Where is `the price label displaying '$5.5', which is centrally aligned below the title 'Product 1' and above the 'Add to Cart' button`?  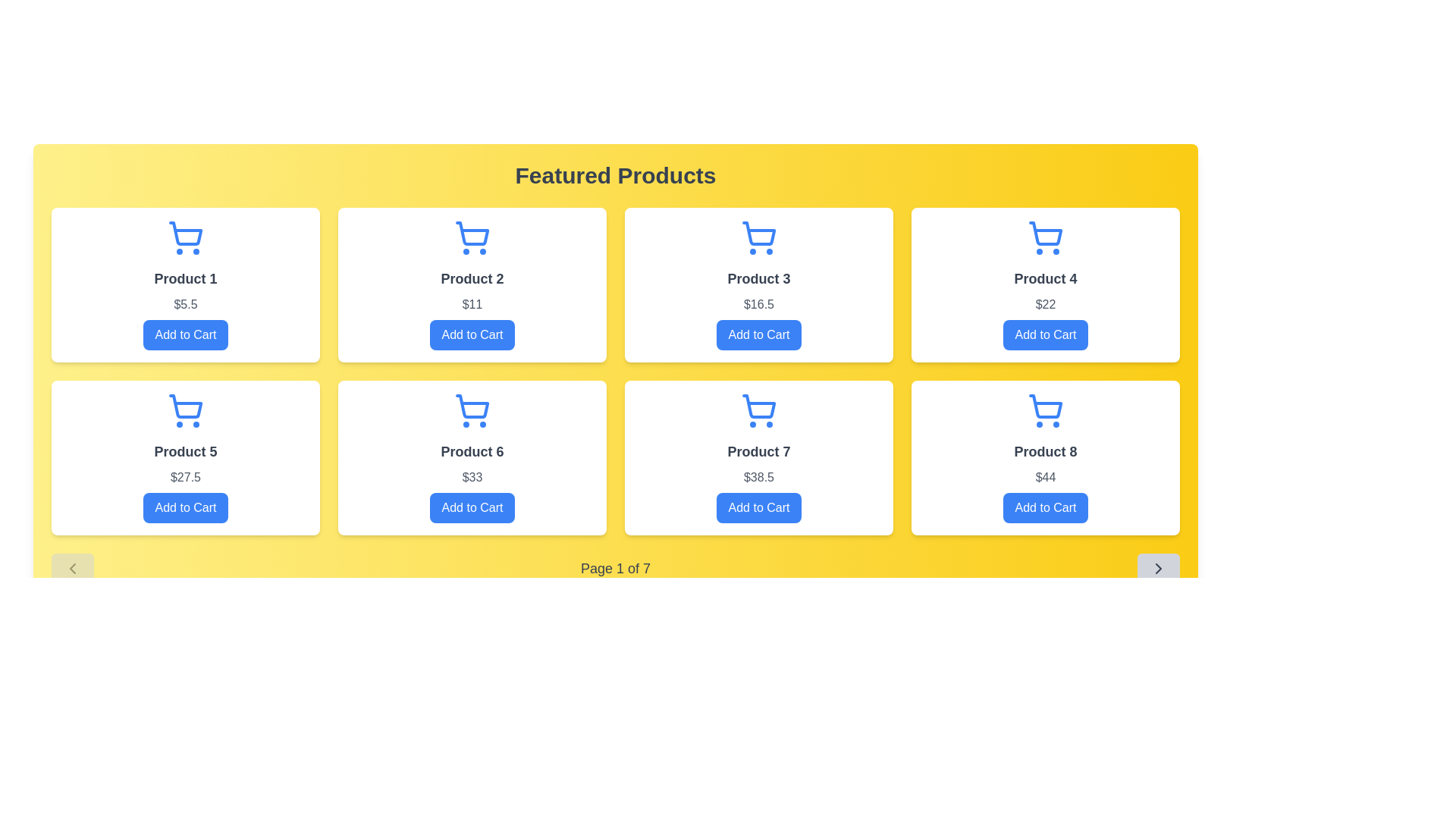
the price label displaying '$5.5', which is centrally aligned below the title 'Product 1' and above the 'Add to Cart' button is located at coordinates (184, 304).